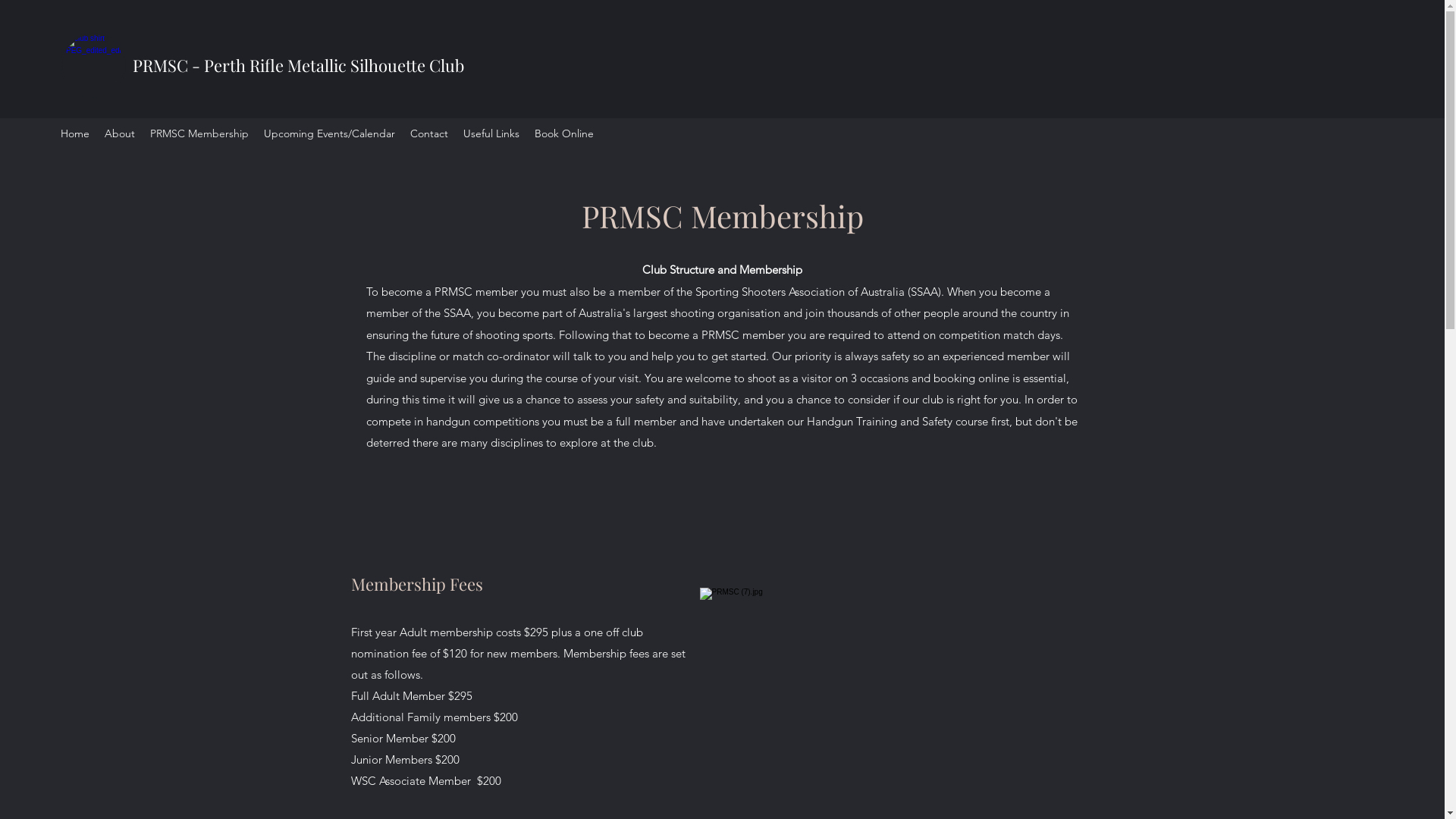 This screenshot has height=819, width=1456. Describe the element at coordinates (74, 133) in the screenshot. I see `'Home'` at that location.